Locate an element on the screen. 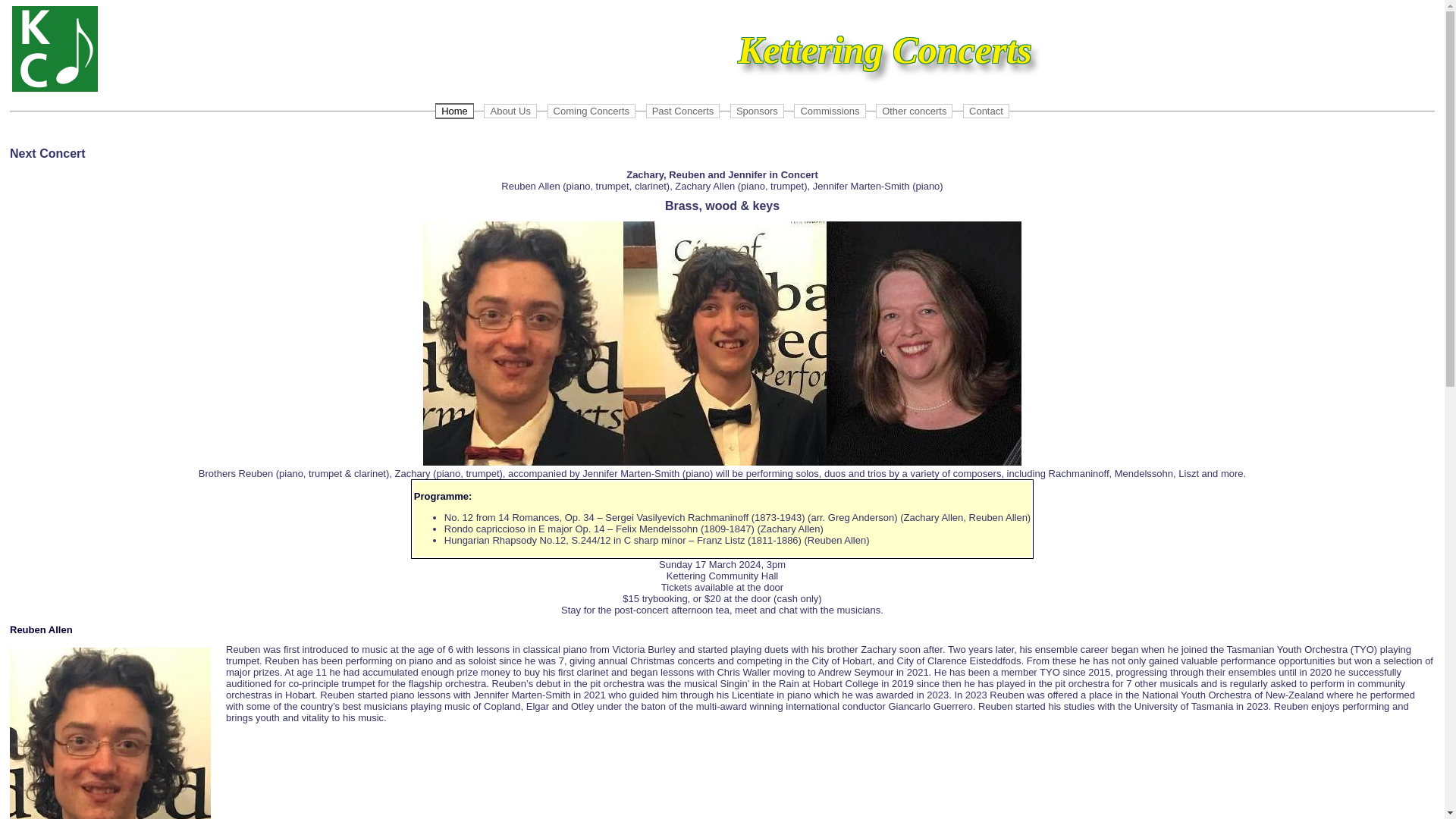  'Kettering Concerts' is located at coordinates (11, 48).